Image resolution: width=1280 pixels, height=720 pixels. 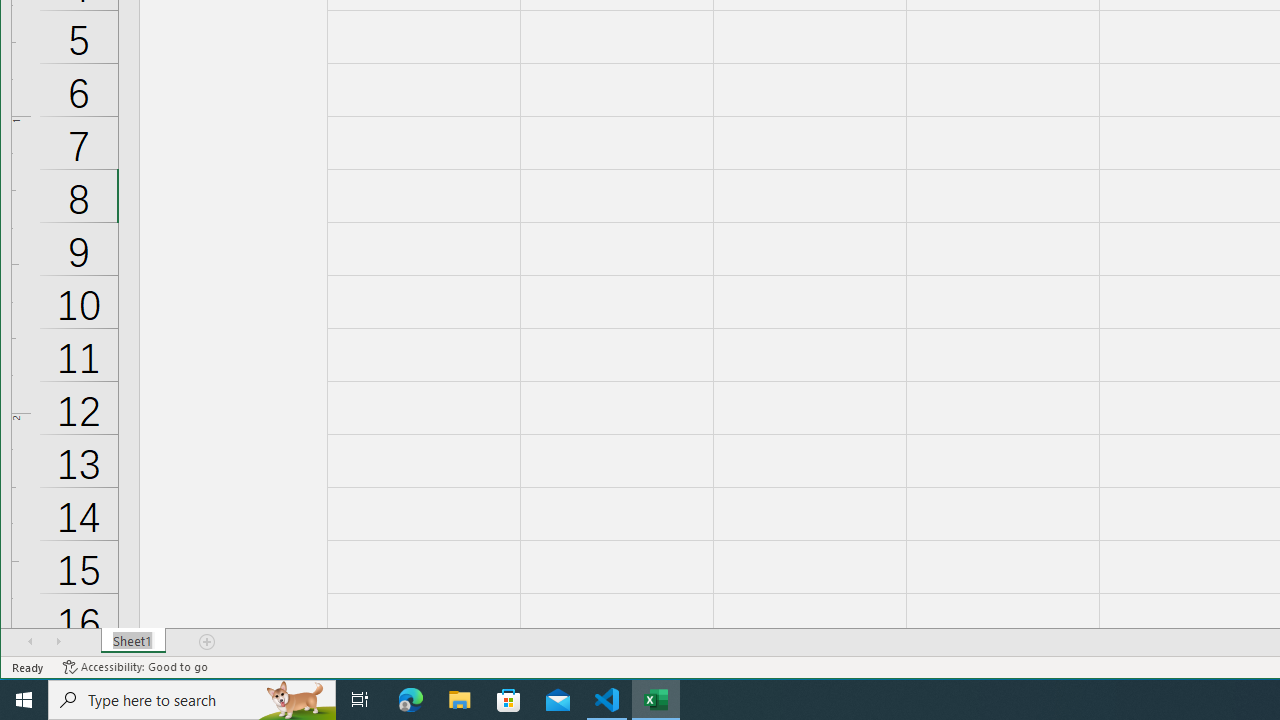 What do you see at coordinates (459, 698) in the screenshot?
I see `'File Explorer'` at bounding box center [459, 698].